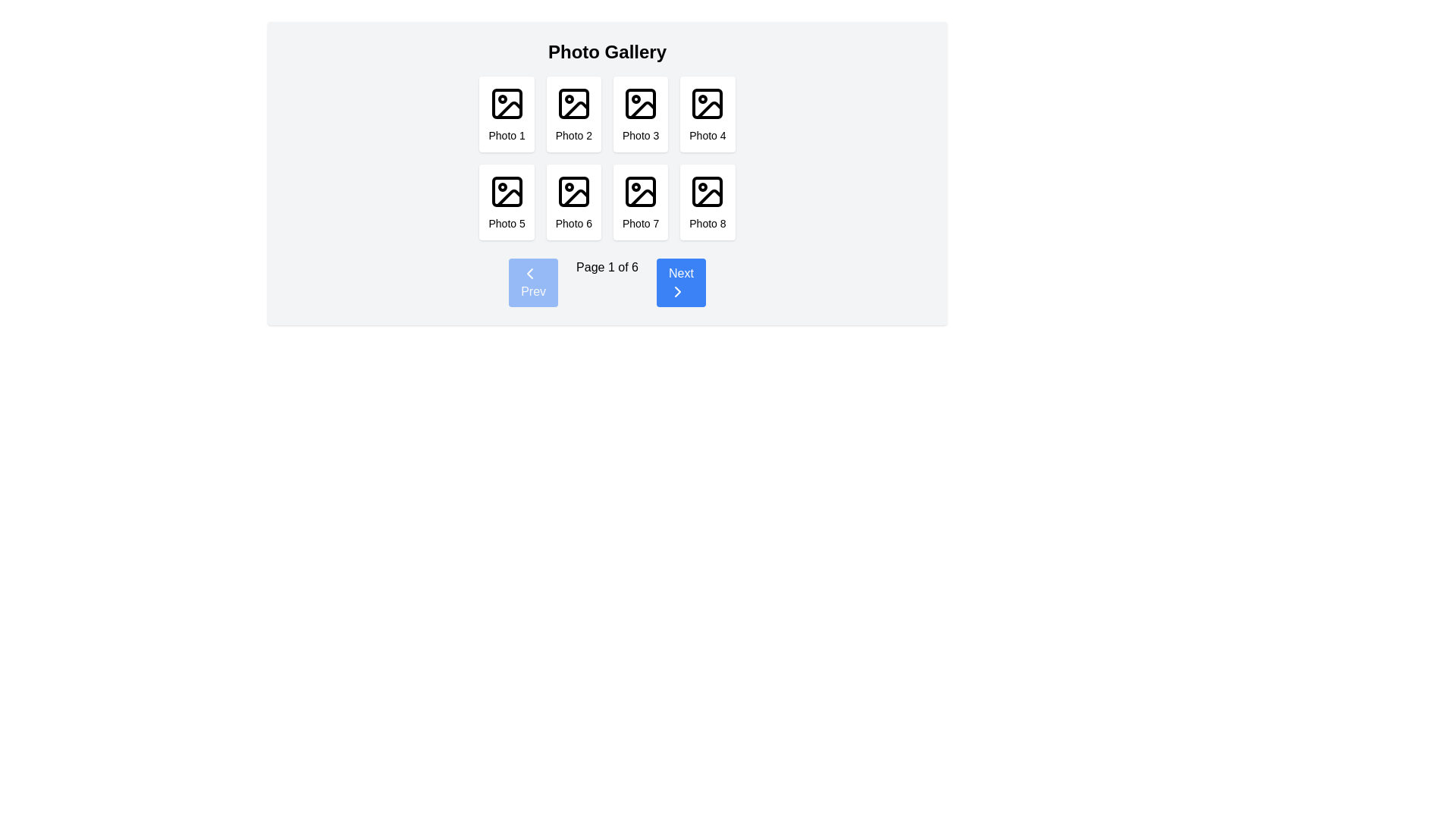  What do you see at coordinates (707, 134) in the screenshot?
I see `text content of the 'Photo 4' label located beneath the icon in the fourth card of the gallery view` at bounding box center [707, 134].